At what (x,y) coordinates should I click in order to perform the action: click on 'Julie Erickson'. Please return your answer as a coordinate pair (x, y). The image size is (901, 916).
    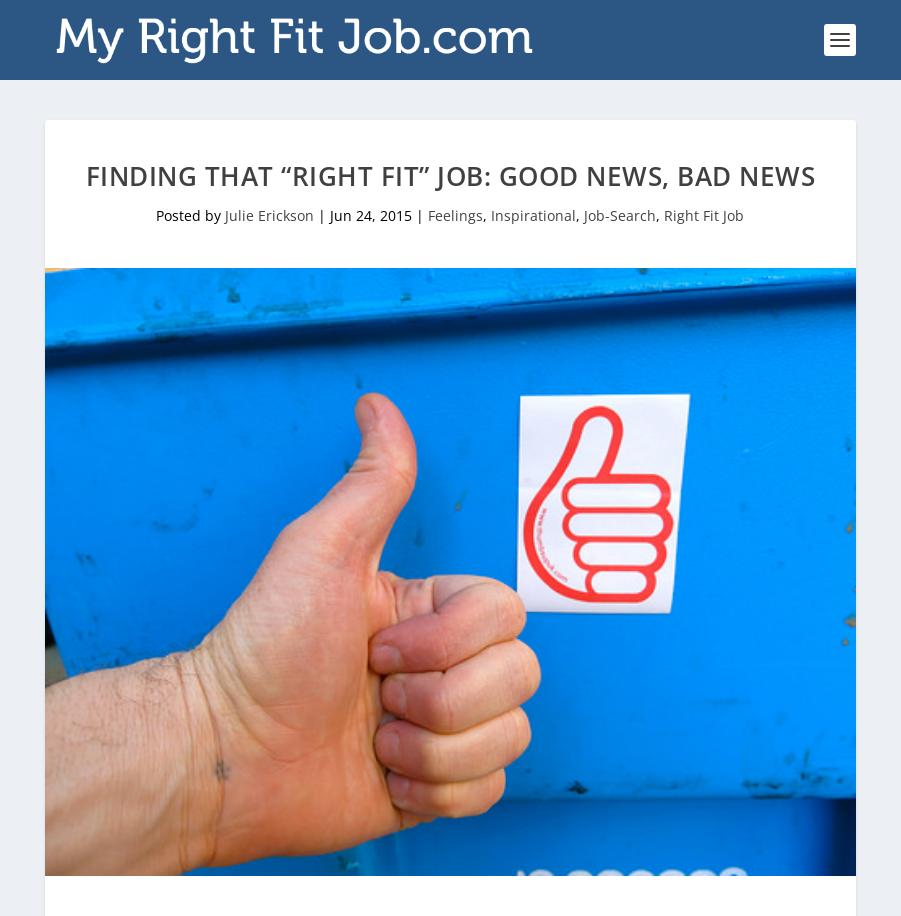
    Looking at the image, I should click on (268, 213).